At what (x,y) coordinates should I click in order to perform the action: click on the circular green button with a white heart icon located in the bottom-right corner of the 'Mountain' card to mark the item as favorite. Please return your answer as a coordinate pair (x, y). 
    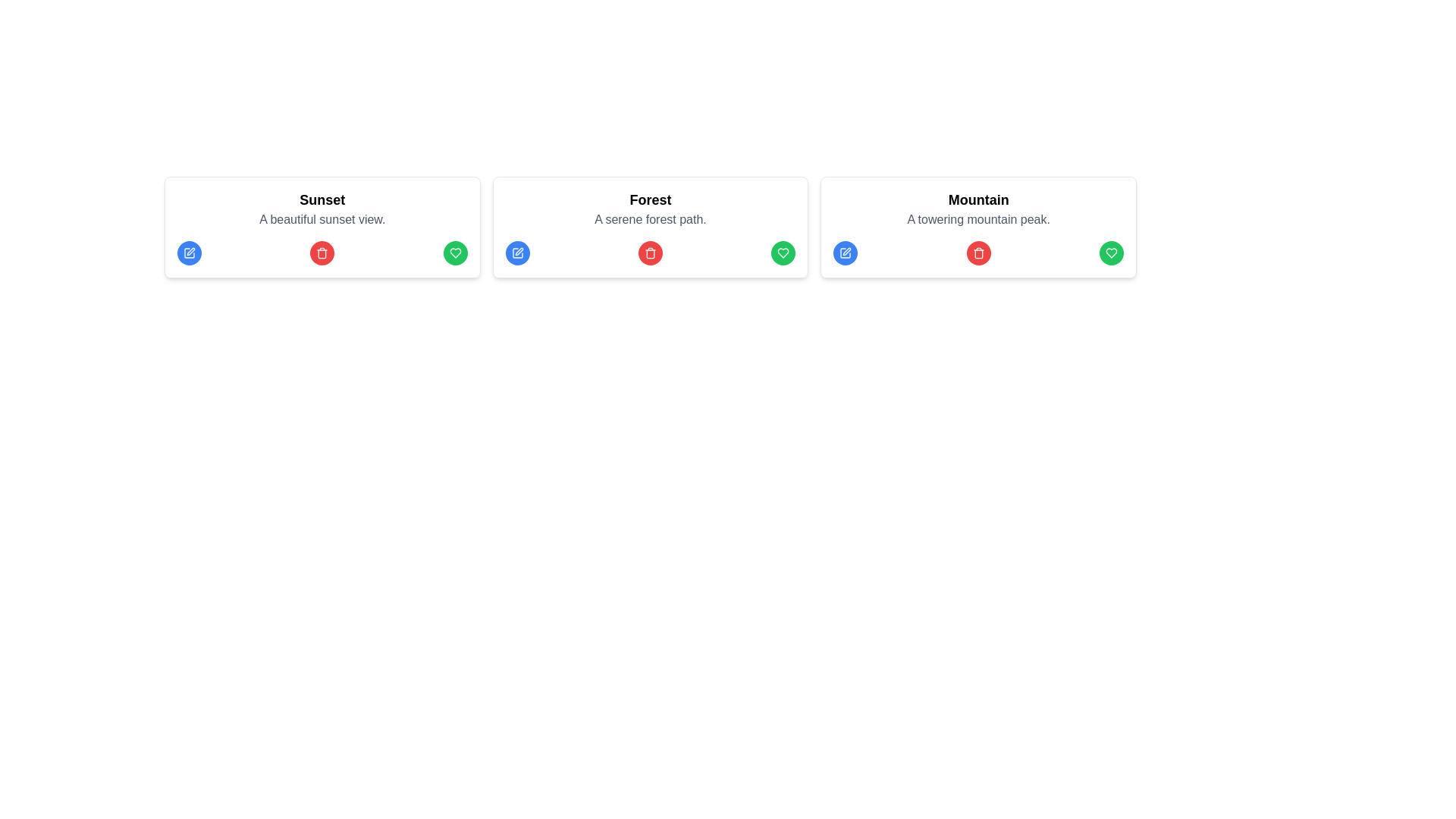
    Looking at the image, I should click on (1111, 253).